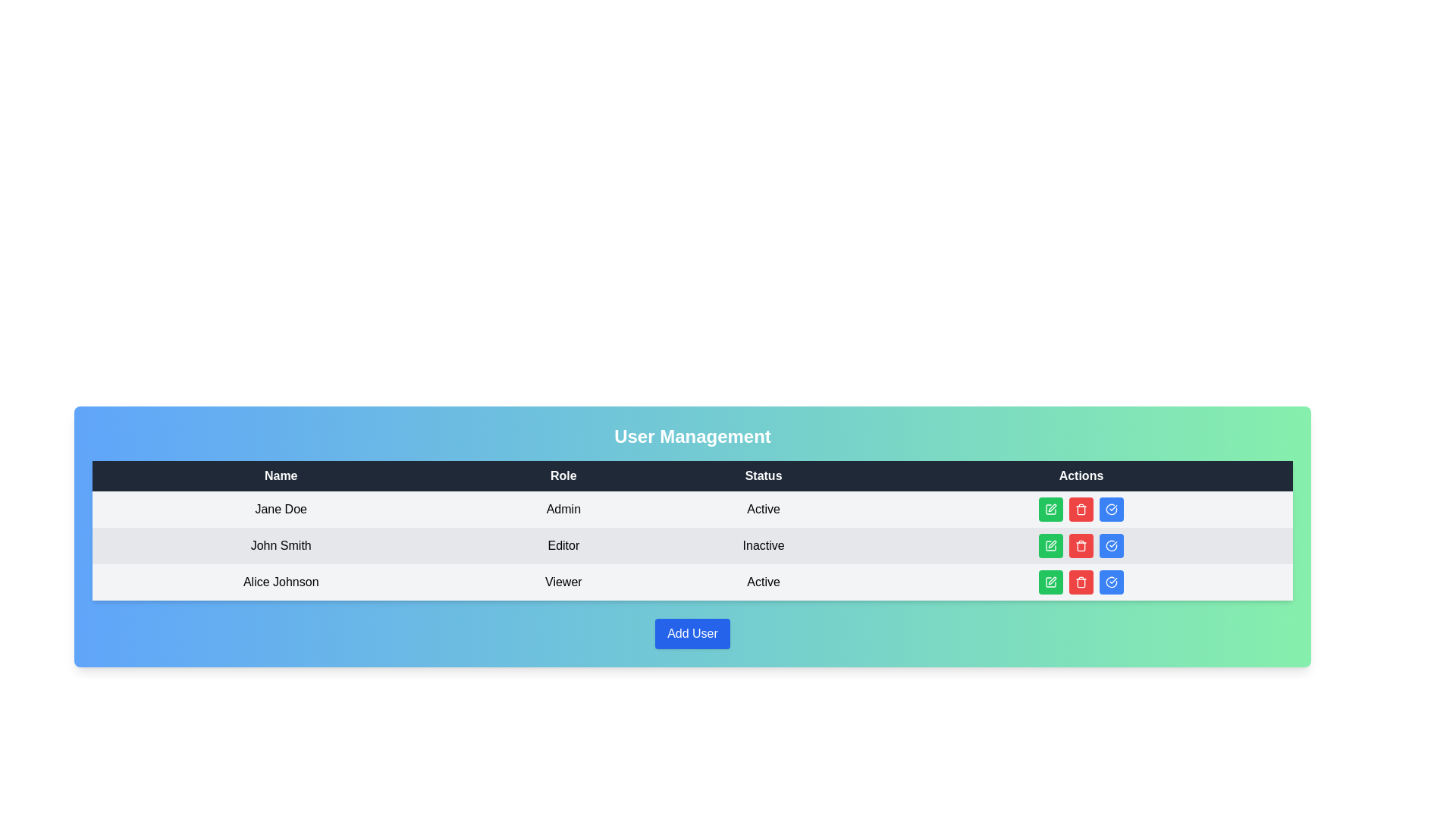 The height and width of the screenshot is (819, 1456). Describe the element at coordinates (764, 546) in the screenshot. I see `the 'Inactive' status text label for user 'John Smith' located in the 'Status' column of the table` at that location.